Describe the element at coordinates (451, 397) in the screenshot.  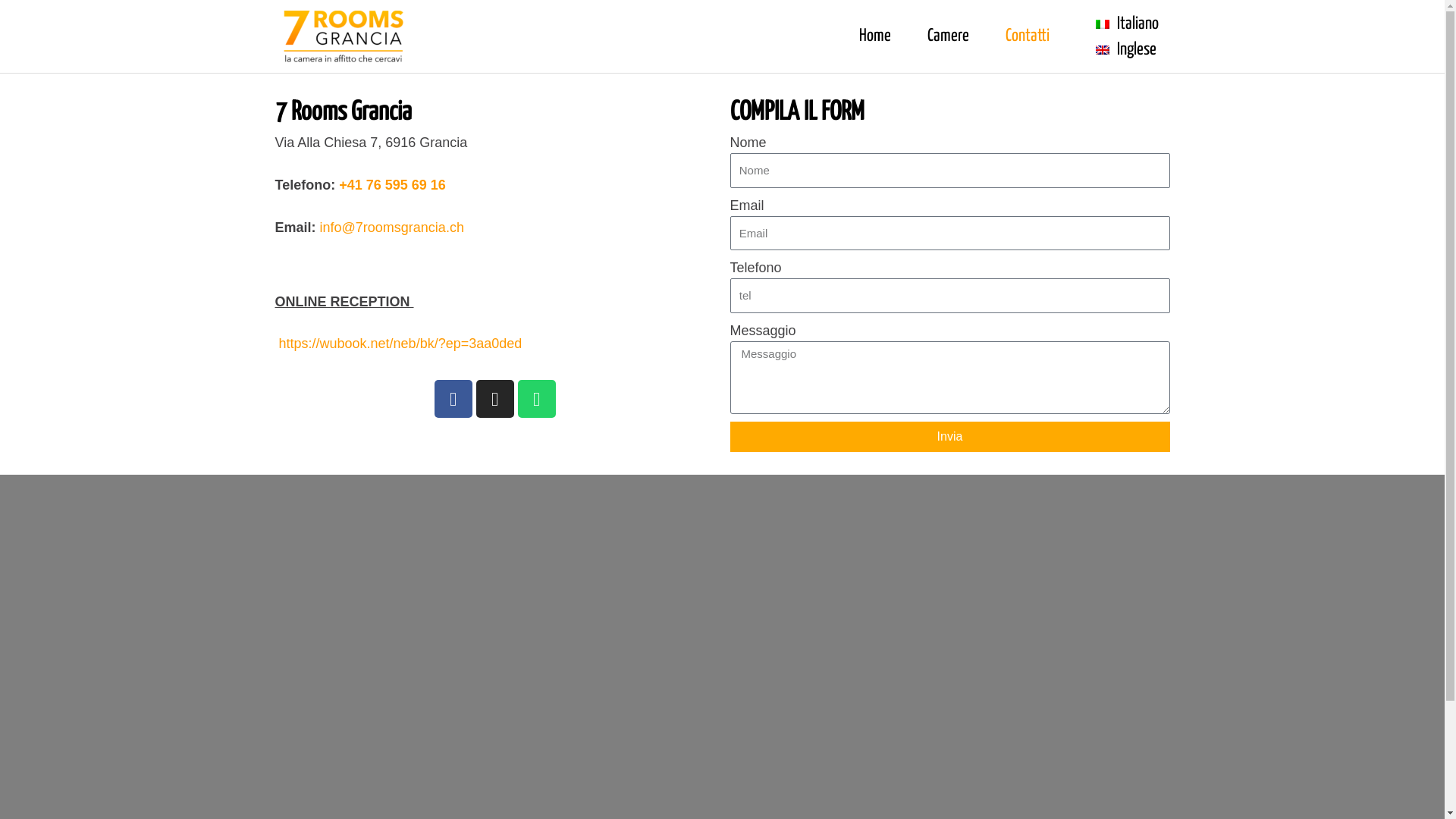
I see `'Facebook'` at that location.